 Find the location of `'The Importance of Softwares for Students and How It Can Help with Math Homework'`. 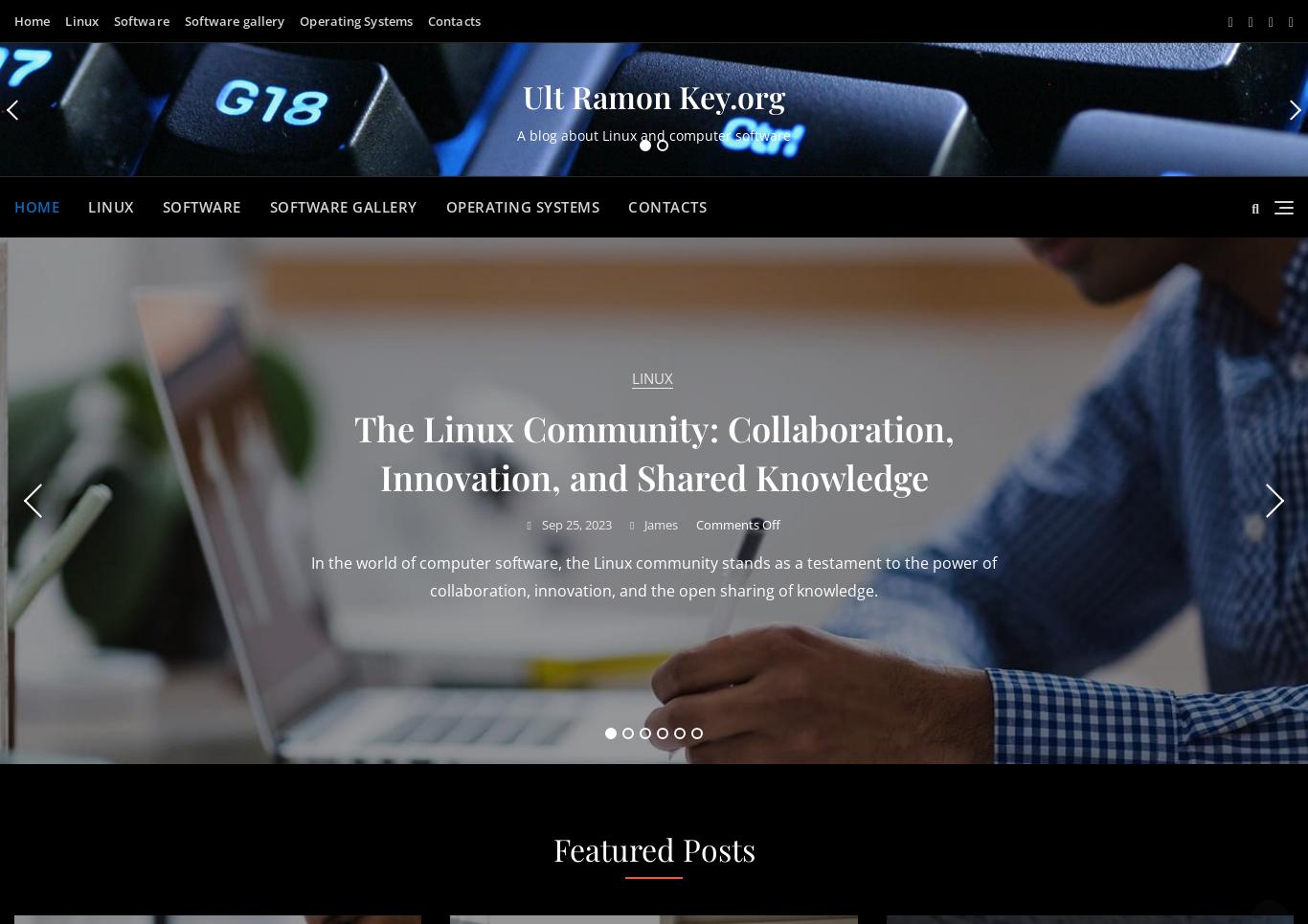

'The Importance of Softwares for Students and How It Can Help with Math Homework' is located at coordinates (654, 450).